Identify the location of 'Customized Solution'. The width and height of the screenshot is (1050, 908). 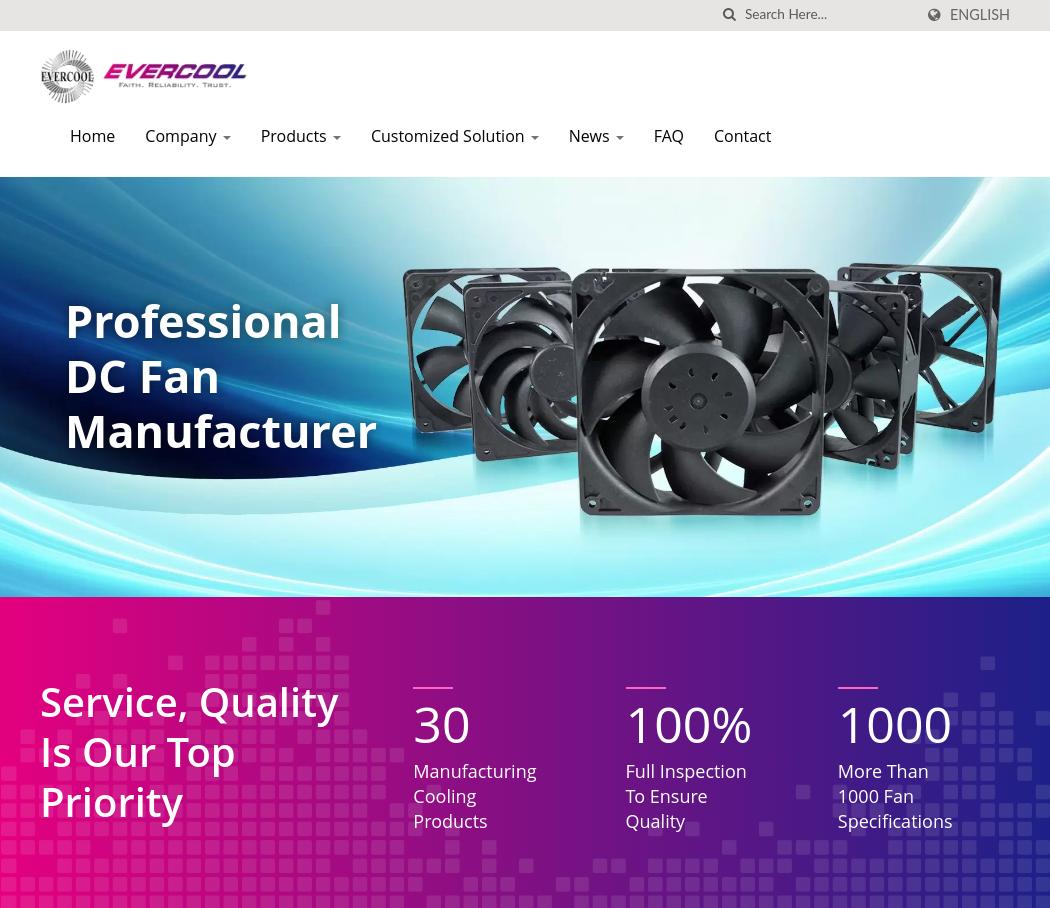
(369, 136).